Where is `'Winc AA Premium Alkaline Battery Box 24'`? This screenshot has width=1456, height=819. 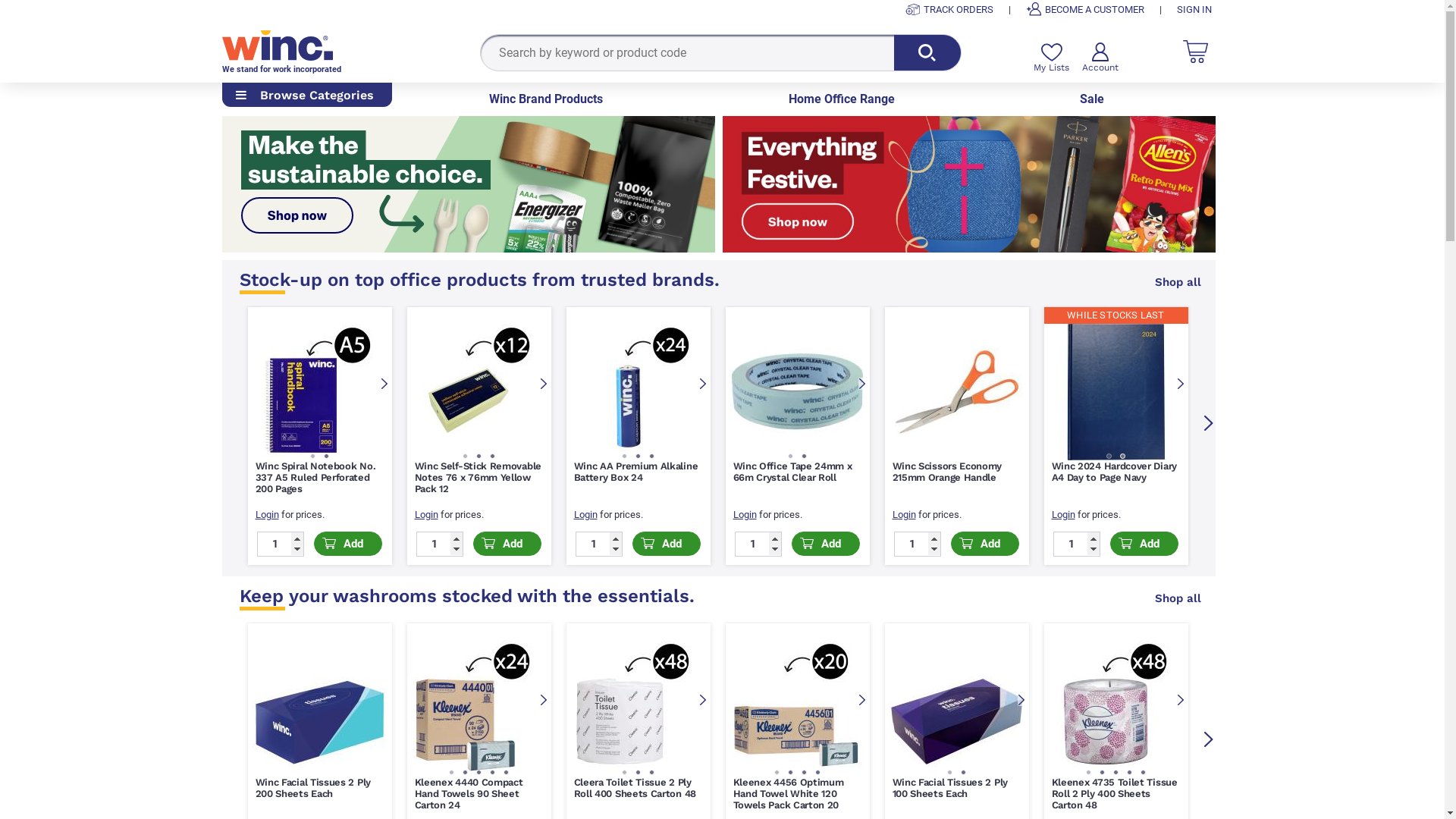 'Winc AA Premium Alkaline Battery Box 24' is located at coordinates (635, 470).